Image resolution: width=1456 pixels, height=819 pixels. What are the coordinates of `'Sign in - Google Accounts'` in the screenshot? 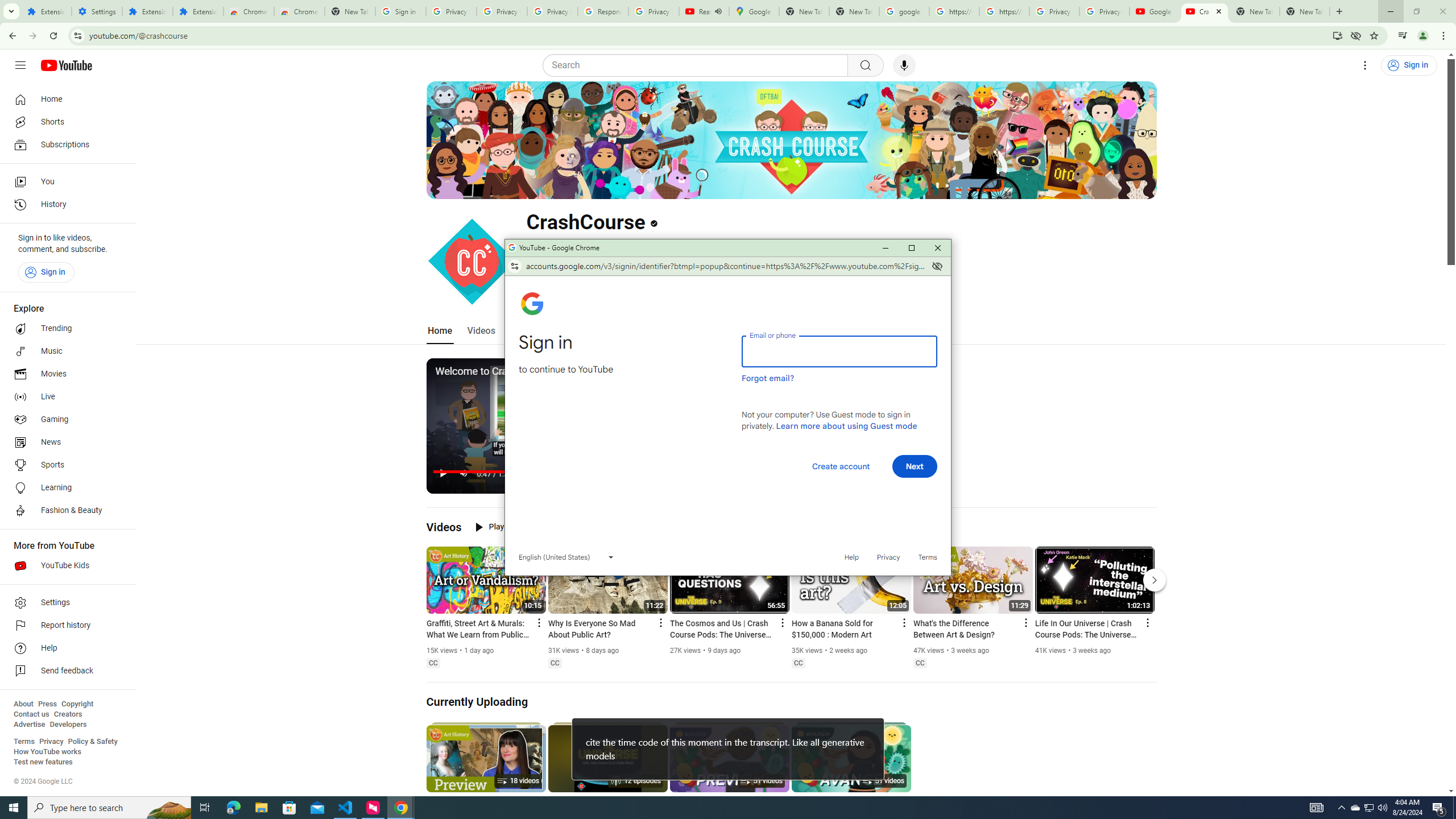 It's located at (400, 11).